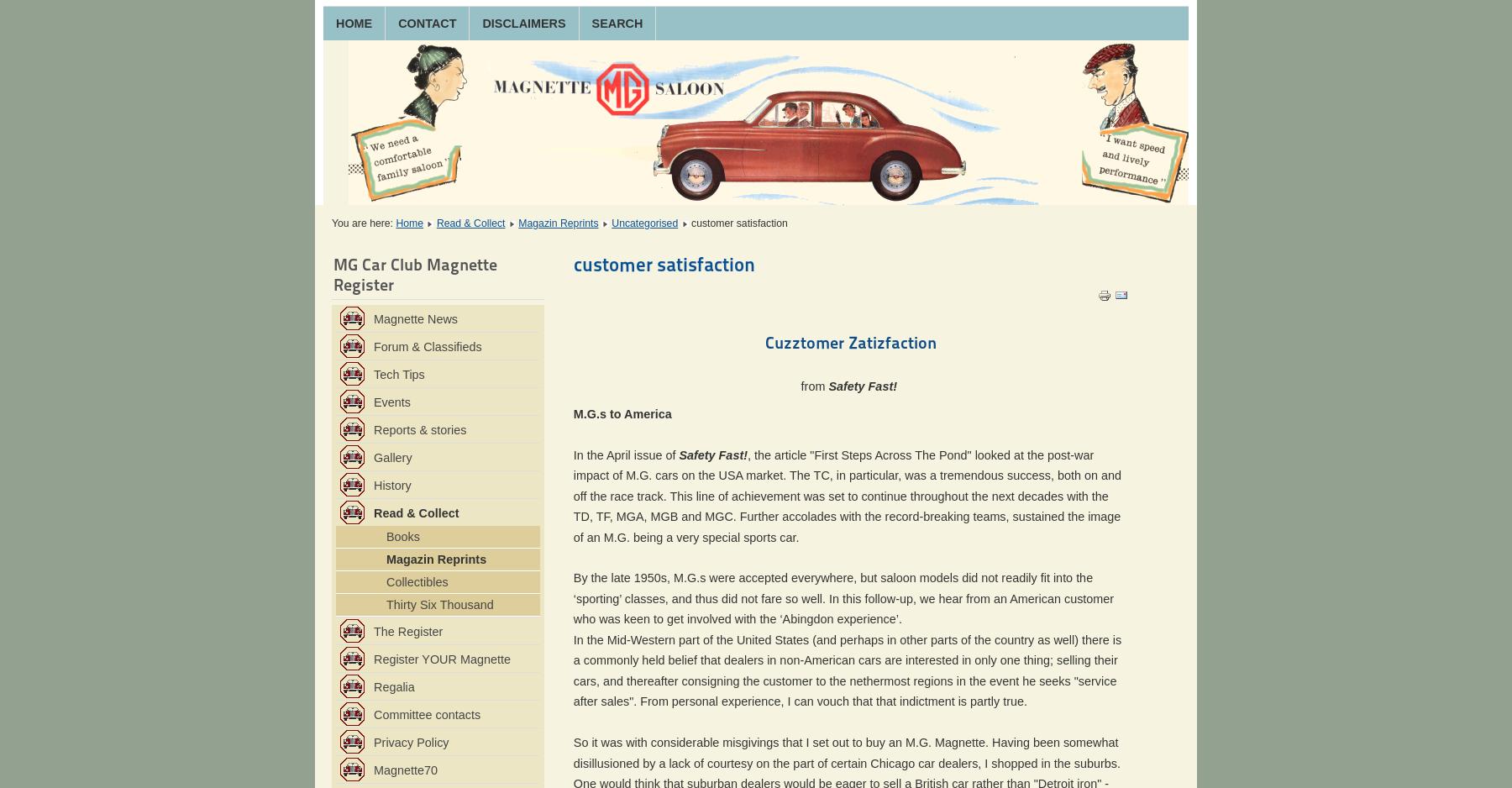 This screenshot has width=1512, height=788. What do you see at coordinates (438, 604) in the screenshot?
I see `'Thirty Six Thousand'` at bounding box center [438, 604].